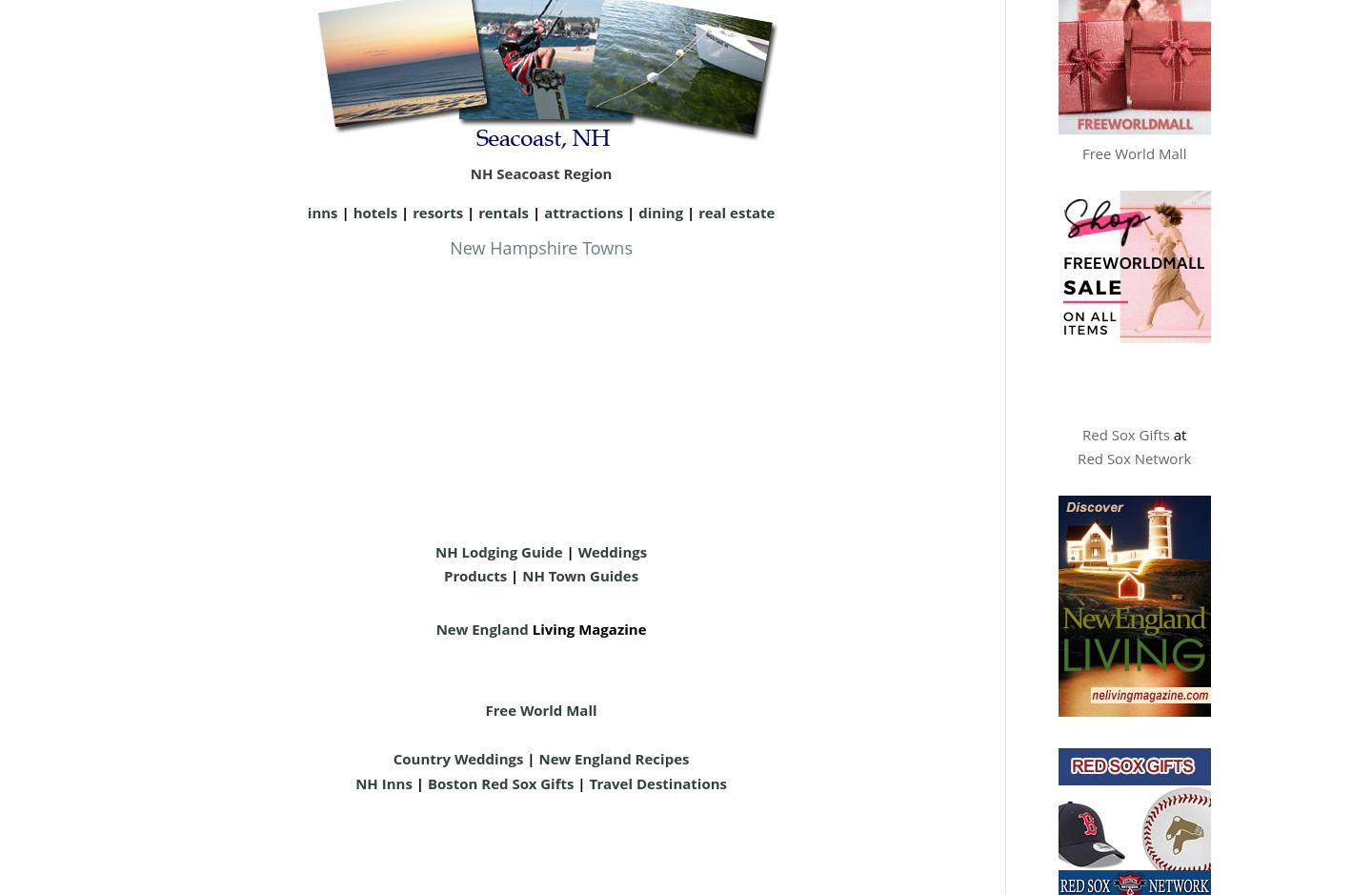 The image size is (1372, 895). I want to click on 'NH Town Guides', so click(578, 575).